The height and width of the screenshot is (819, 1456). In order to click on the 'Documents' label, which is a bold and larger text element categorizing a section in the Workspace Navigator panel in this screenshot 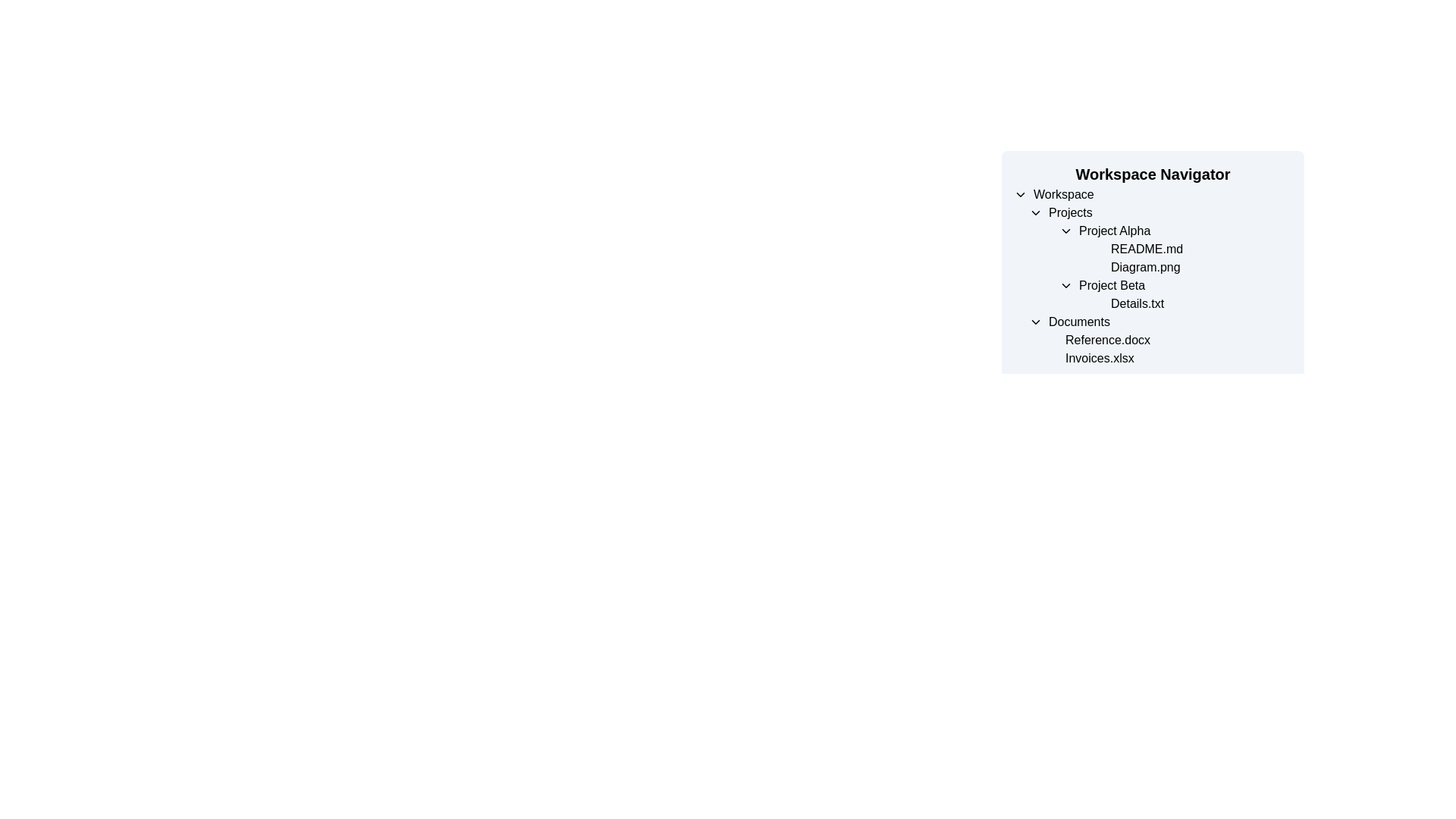, I will do `click(1078, 321)`.